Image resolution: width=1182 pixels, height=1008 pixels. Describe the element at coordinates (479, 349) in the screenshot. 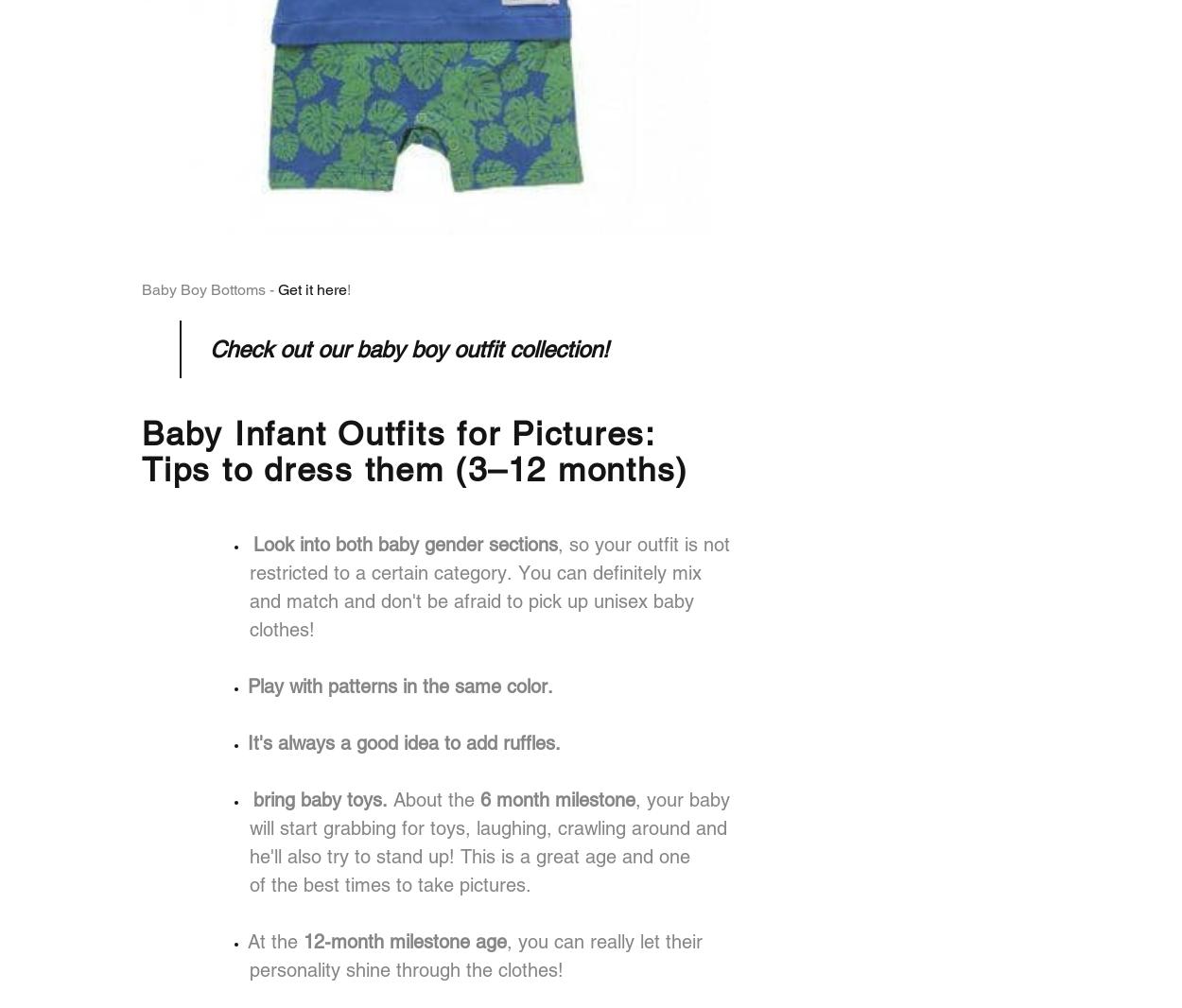

I see `'baby boy outfit collection'` at that location.